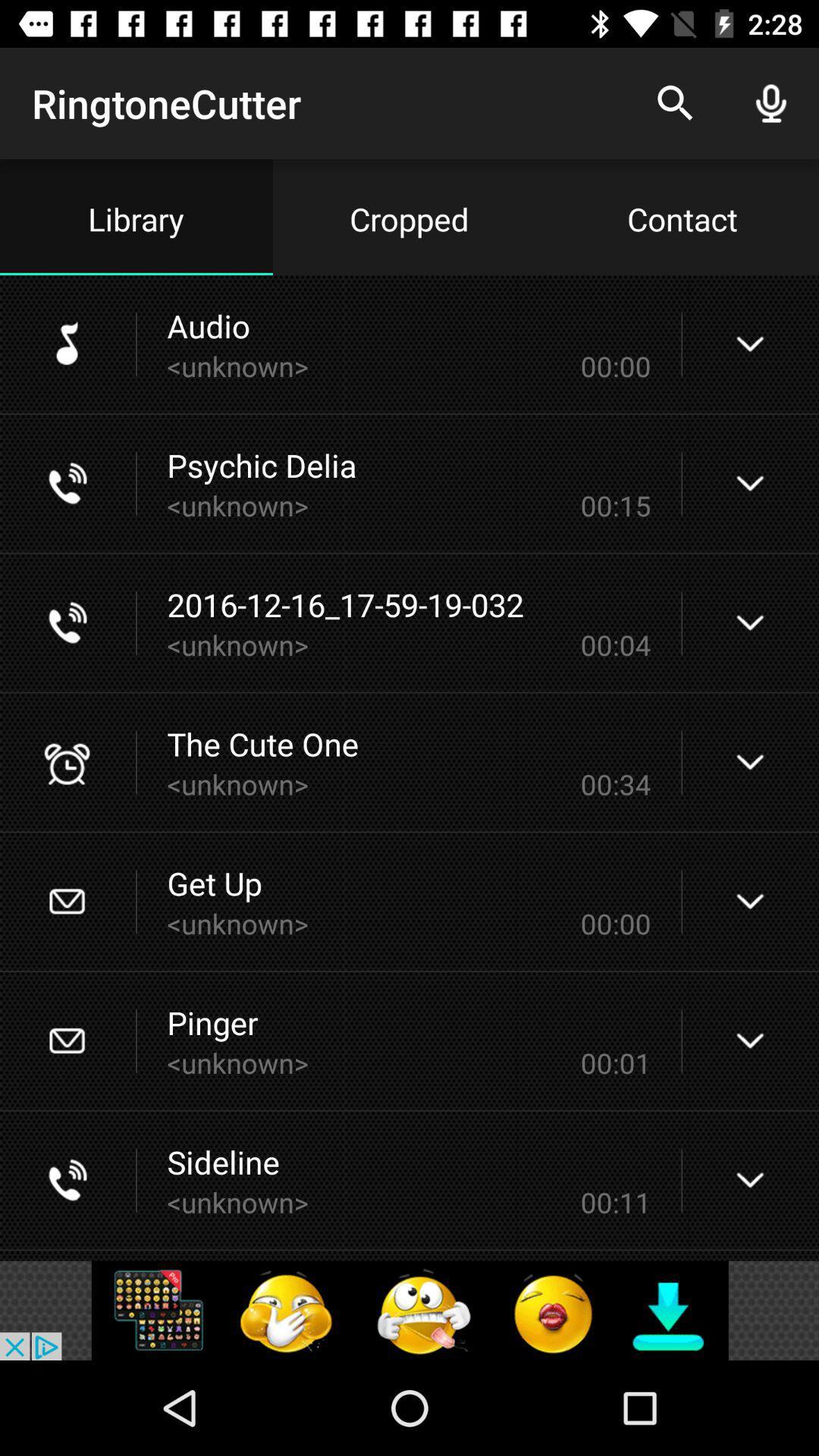 The width and height of the screenshot is (819, 1456). What do you see at coordinates (66, 1179) in the screenshot?
I see `call icon which is to the left of sideline` at bounding box center [66, 1179].